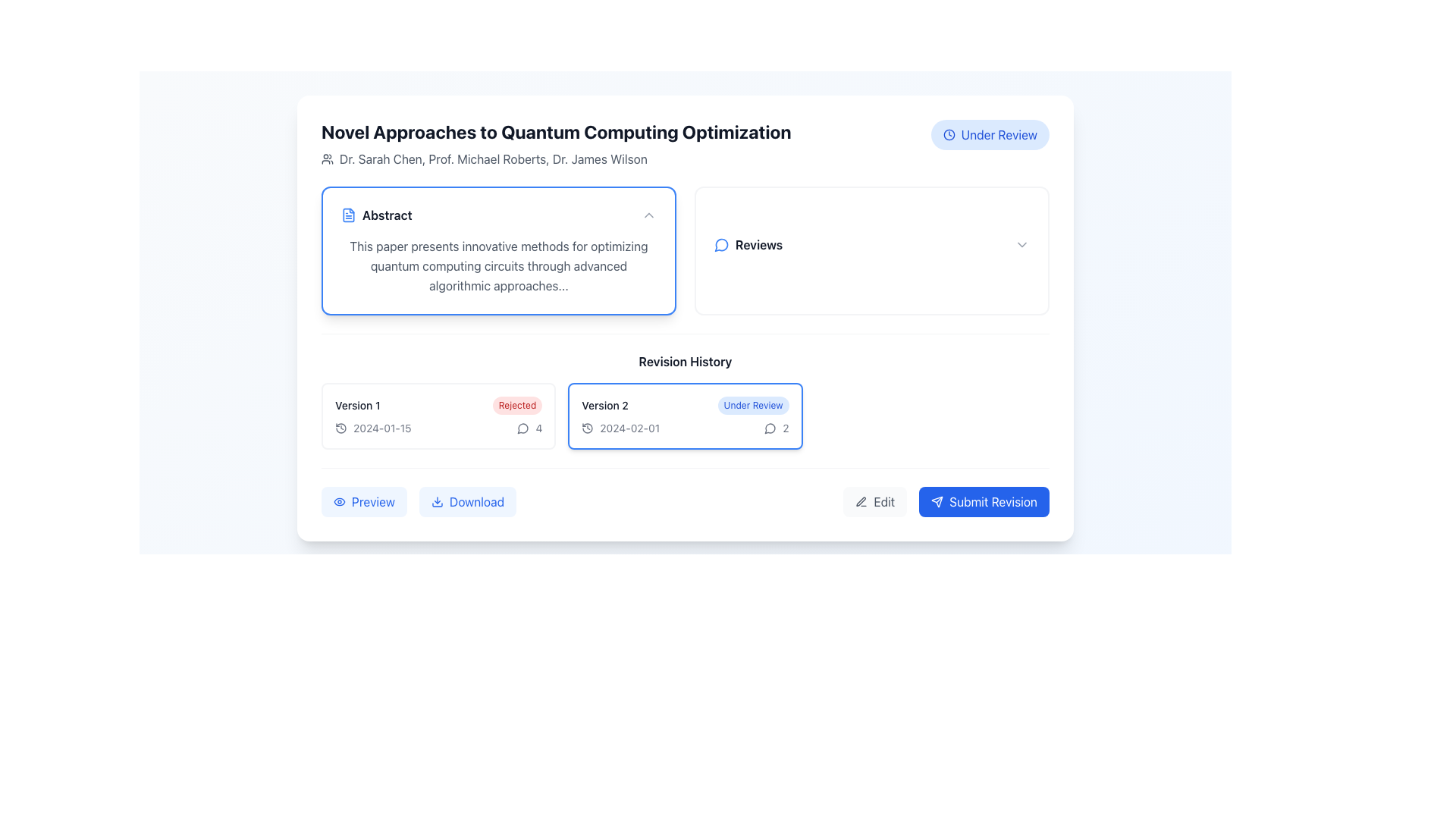 The height and width of the screenshot is (819, 1456). I want to click on the version within the 'Revision History' section, so click(684, 391).